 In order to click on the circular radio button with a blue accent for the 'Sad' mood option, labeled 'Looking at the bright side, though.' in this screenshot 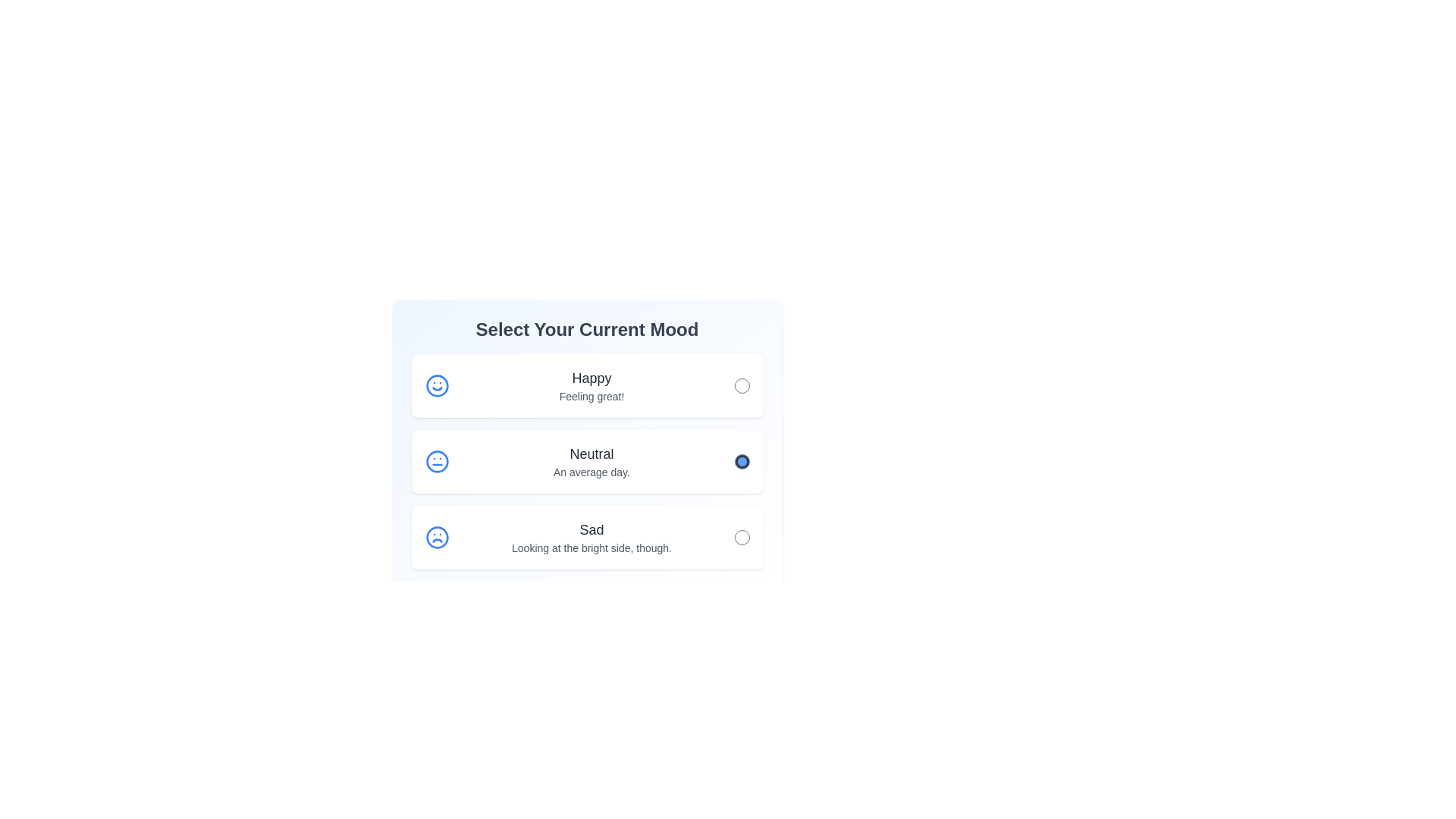, I will do `click(742, 537)`.